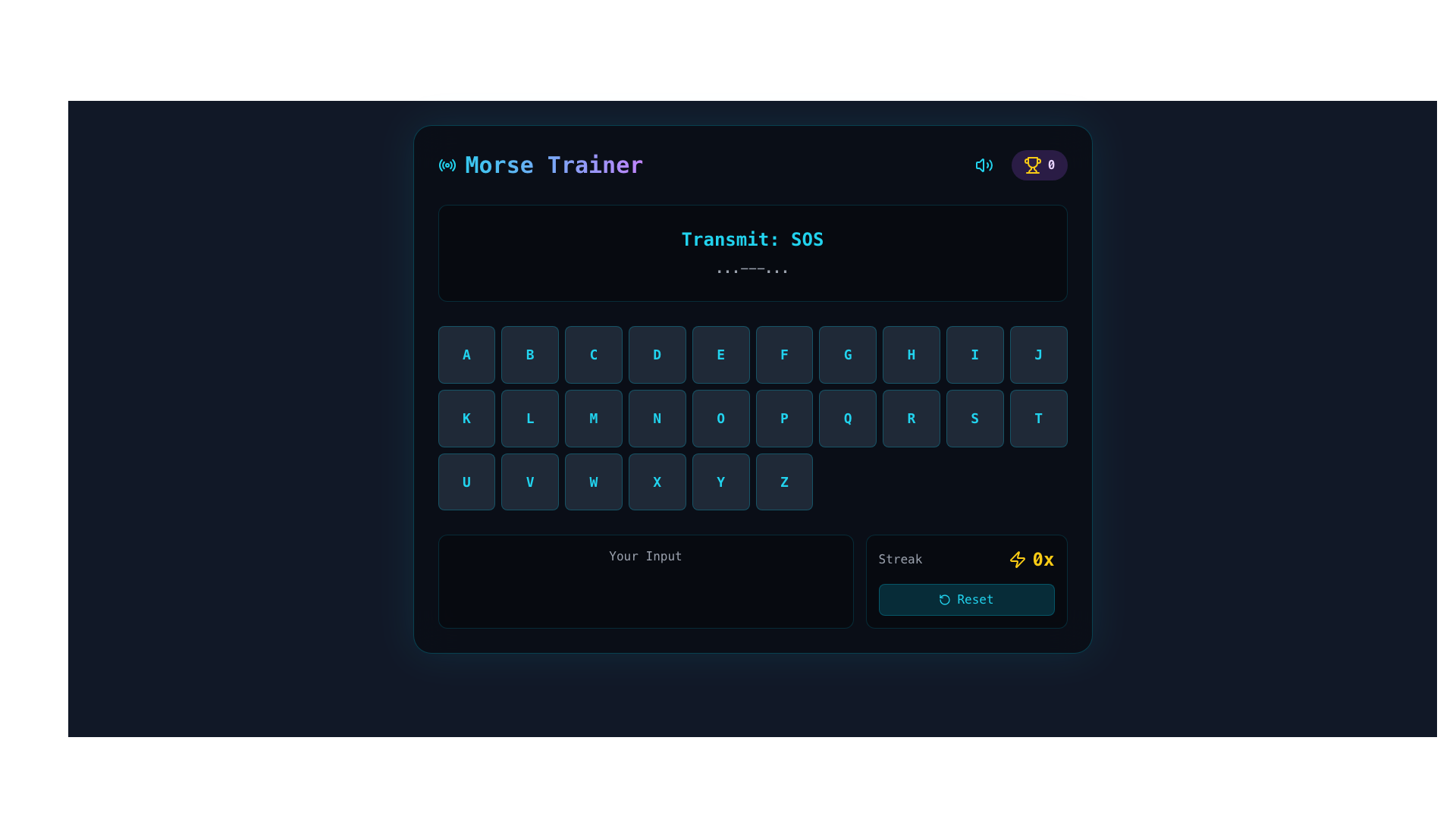 Image resolution: width=1456 pixels, height=819 pixels. Describe the element at coordinates (1017, 560) in the screenshot. I see `the stylized lightning bolt icon, which is yellow and outlined, located to the left of the bold text '0x' at the bottom right corner of the interface` at that location.